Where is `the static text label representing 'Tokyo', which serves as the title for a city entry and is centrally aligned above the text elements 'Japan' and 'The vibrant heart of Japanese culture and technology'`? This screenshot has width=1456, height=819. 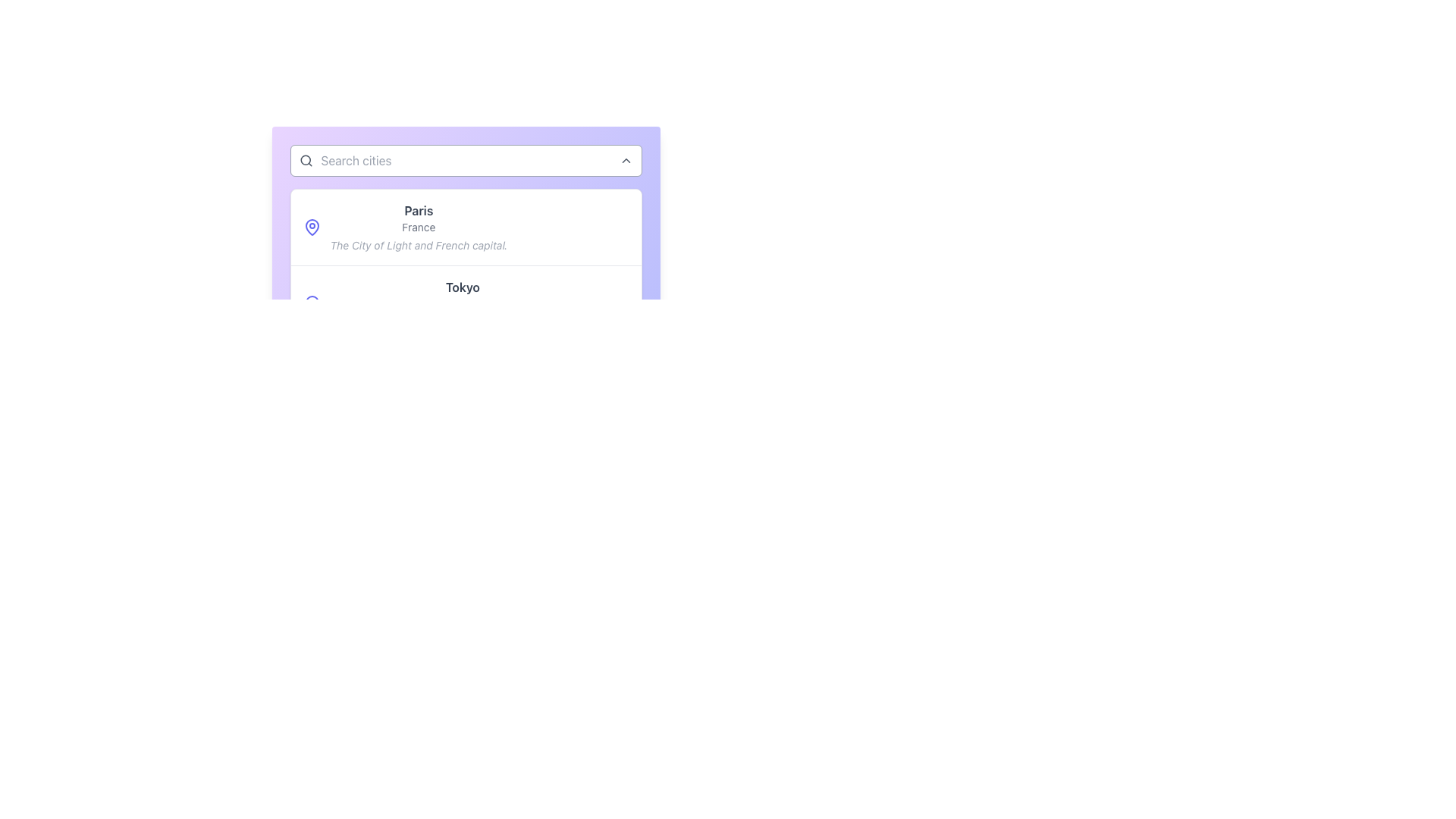 the static text label representing 'Tokyo', which serves as the title for a city entry and is centrally aligned above the text elements 'Japan' and 'The vibrant heart of Japanese culture and technology' is located at coordinates (462, 287).